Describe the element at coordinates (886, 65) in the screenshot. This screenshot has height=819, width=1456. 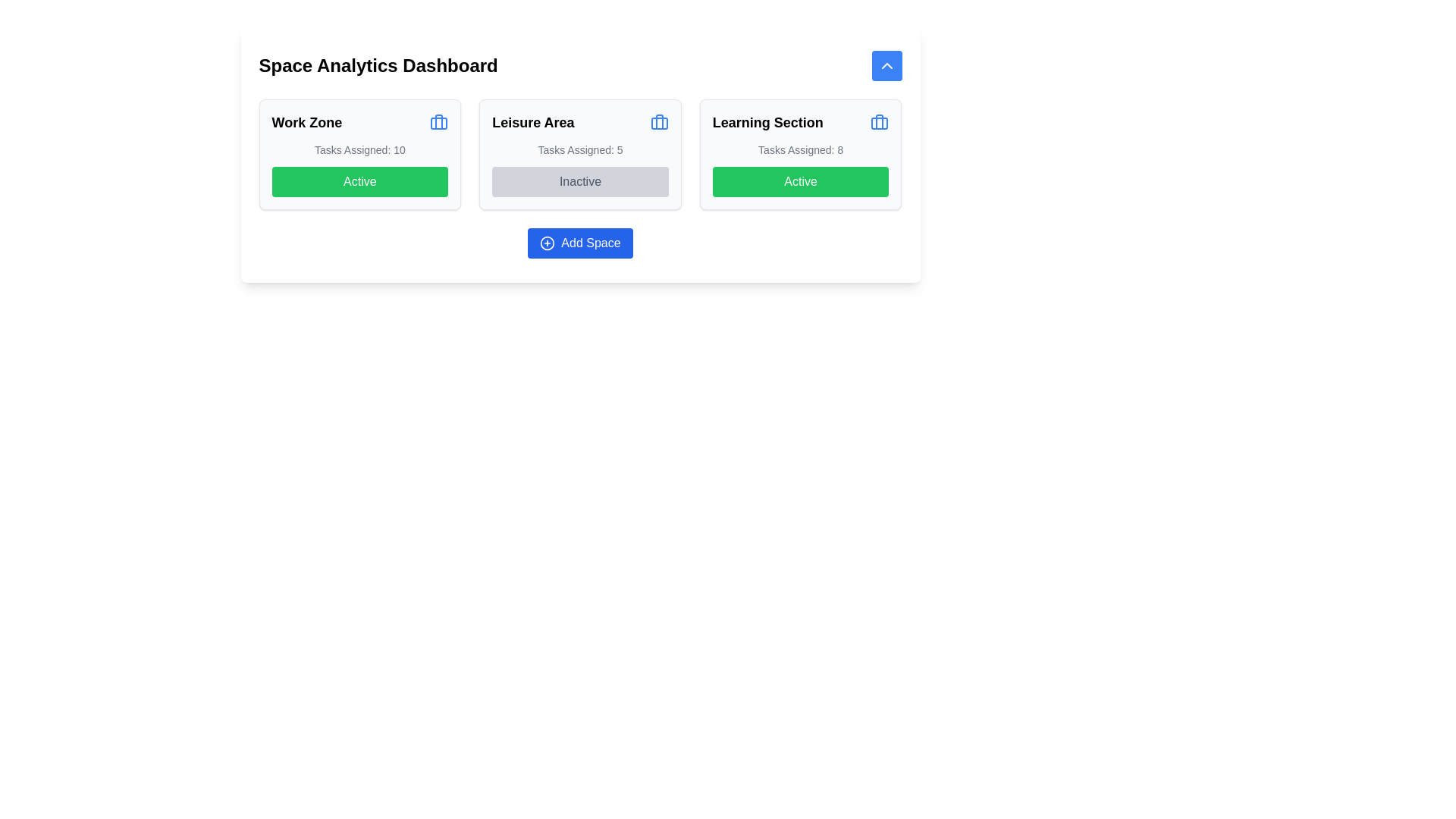
I see `the blue circular button icon in the top-right corner of the interface, above the 'Learning Section' card` at that location.